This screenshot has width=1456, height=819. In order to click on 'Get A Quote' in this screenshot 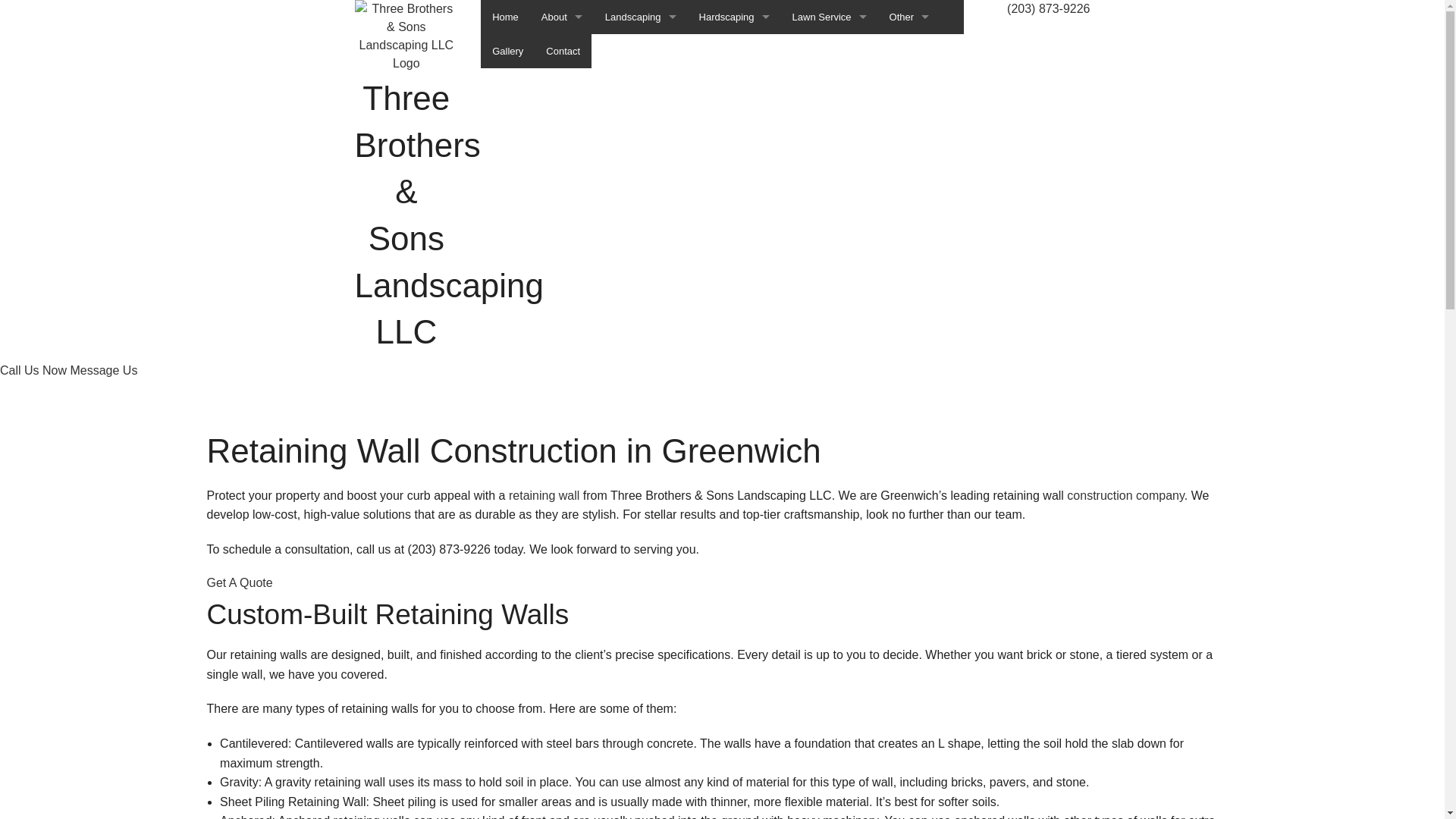, I will do `click(238, 582)`.